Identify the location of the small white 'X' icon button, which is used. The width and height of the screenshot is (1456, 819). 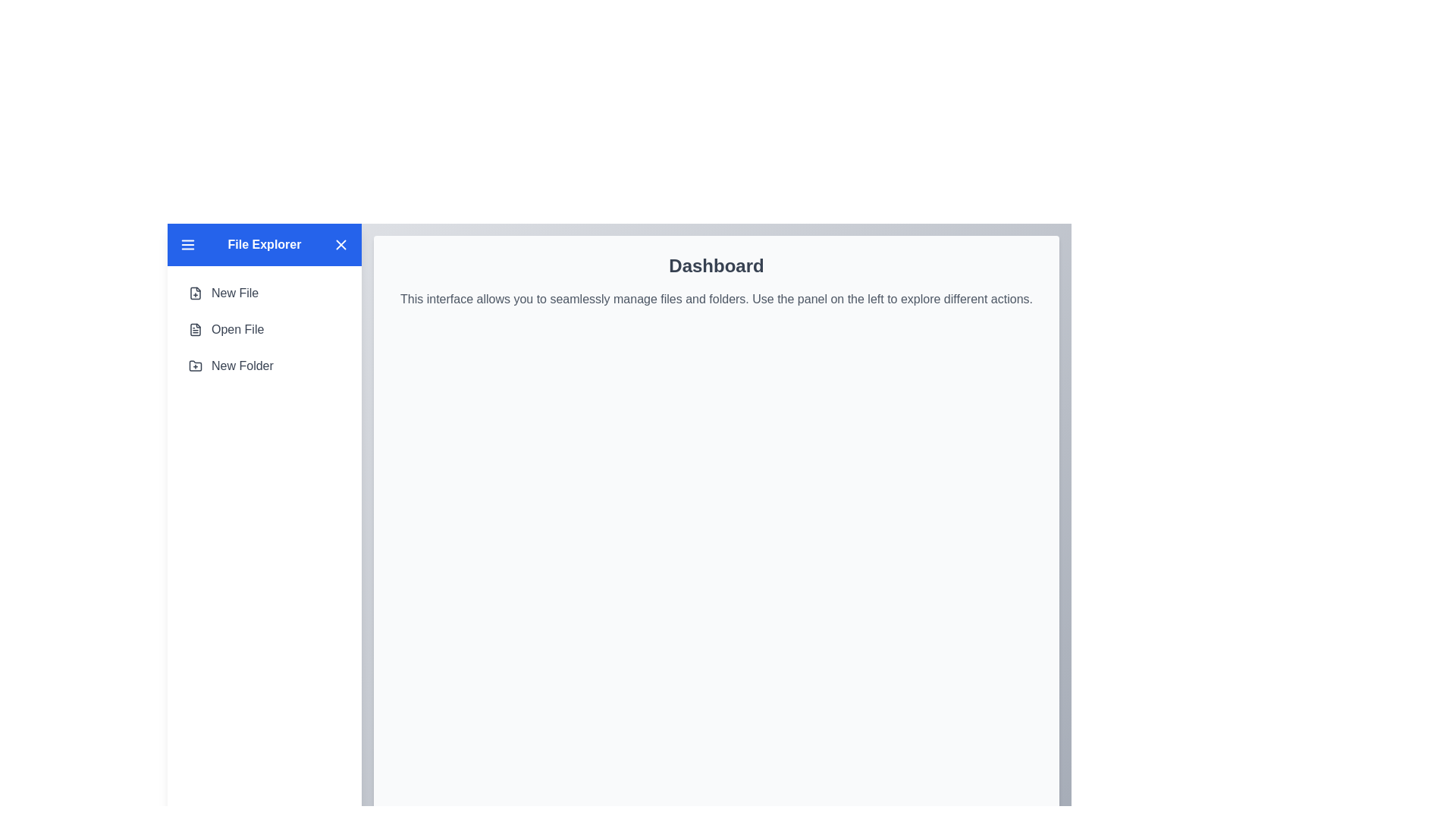
(340, 244).